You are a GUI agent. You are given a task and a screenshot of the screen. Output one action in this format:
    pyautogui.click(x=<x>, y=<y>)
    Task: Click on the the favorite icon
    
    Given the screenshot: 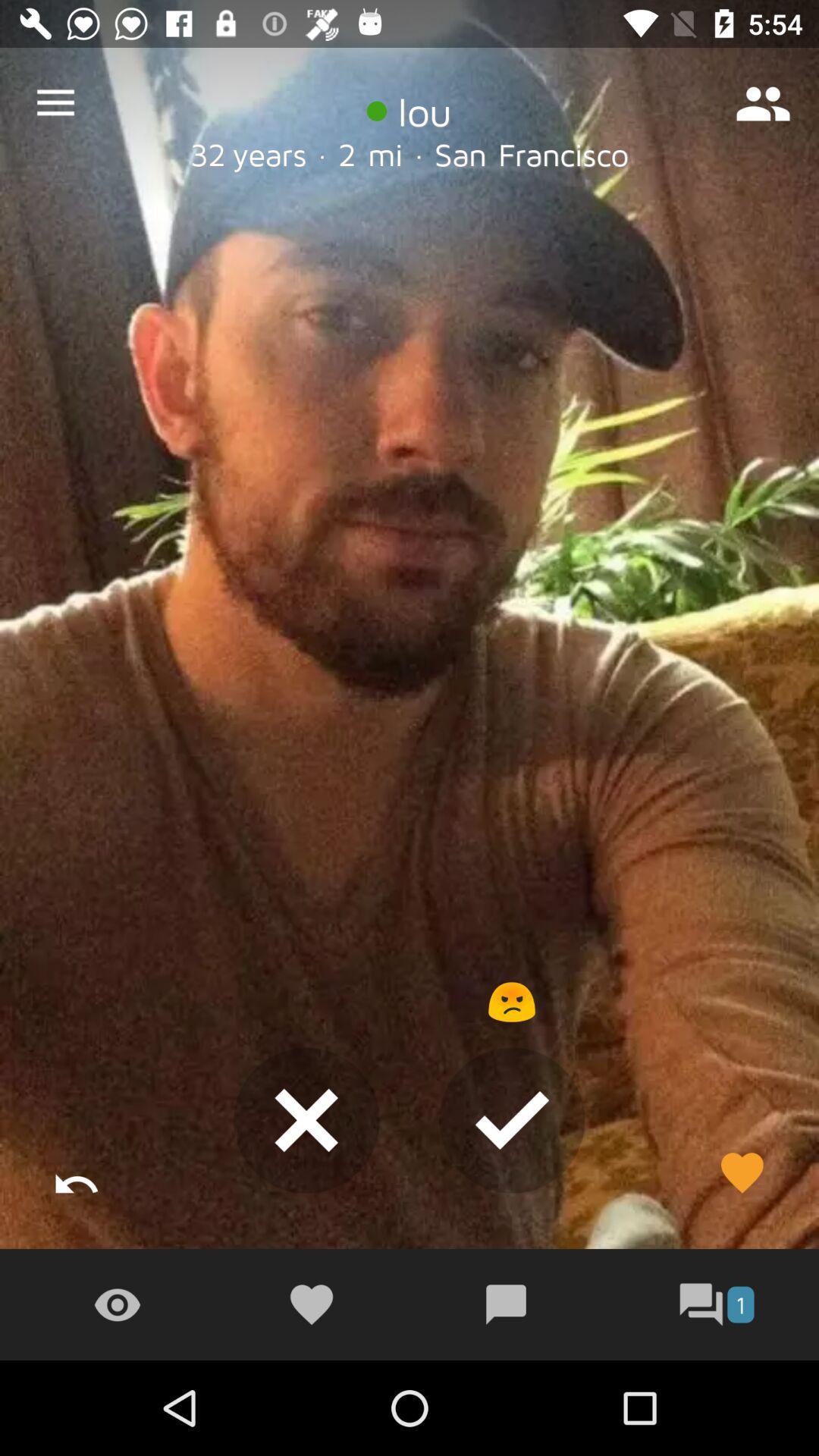 What is the action you would take?
    pyautogui.click(x=741, y=1172)
    